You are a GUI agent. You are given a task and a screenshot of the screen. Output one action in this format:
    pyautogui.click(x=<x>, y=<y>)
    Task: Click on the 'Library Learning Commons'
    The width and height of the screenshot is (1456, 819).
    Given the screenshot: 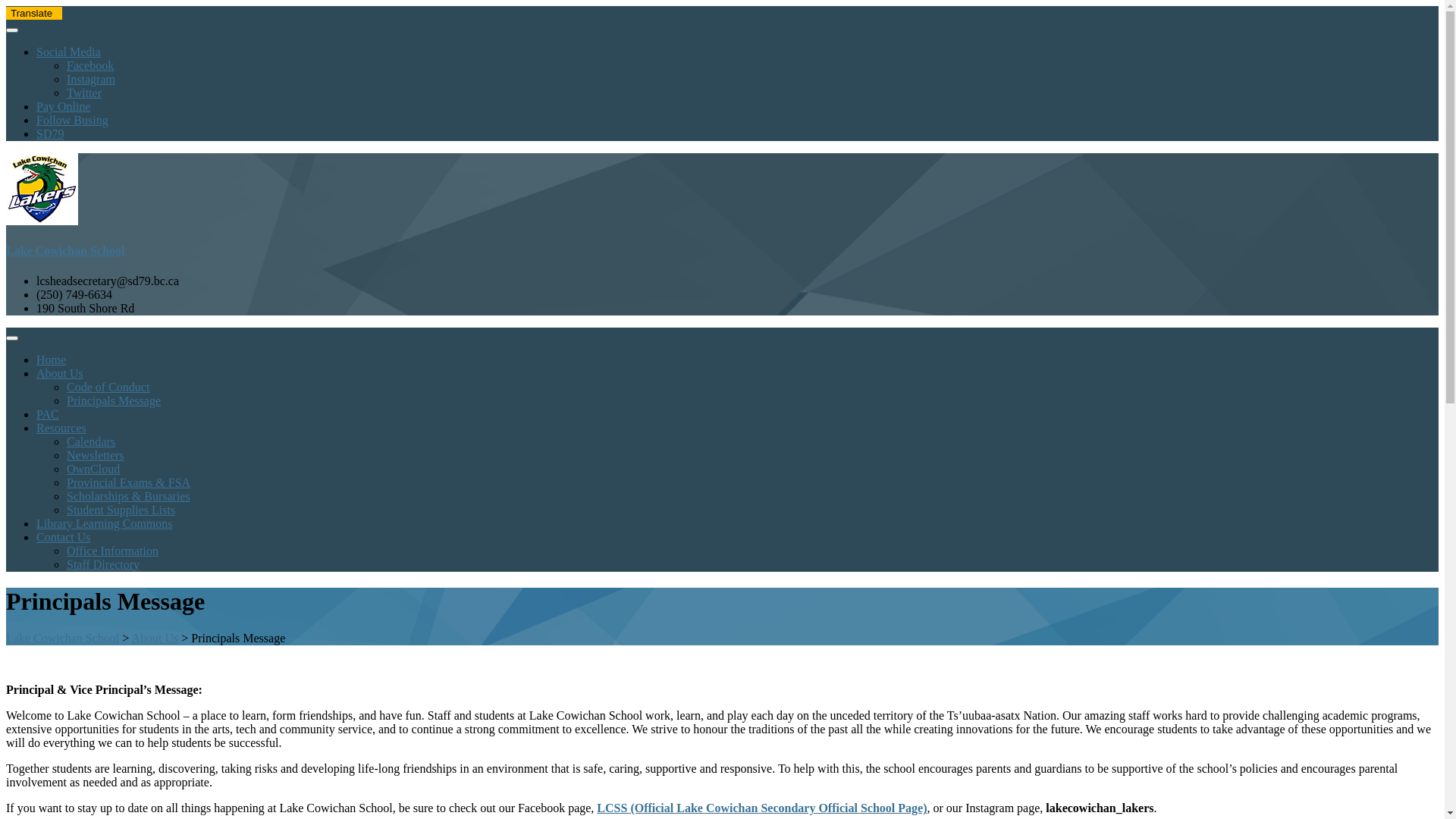 What is the action you would take?
    pyautogui.click(x=36, y=522)
    